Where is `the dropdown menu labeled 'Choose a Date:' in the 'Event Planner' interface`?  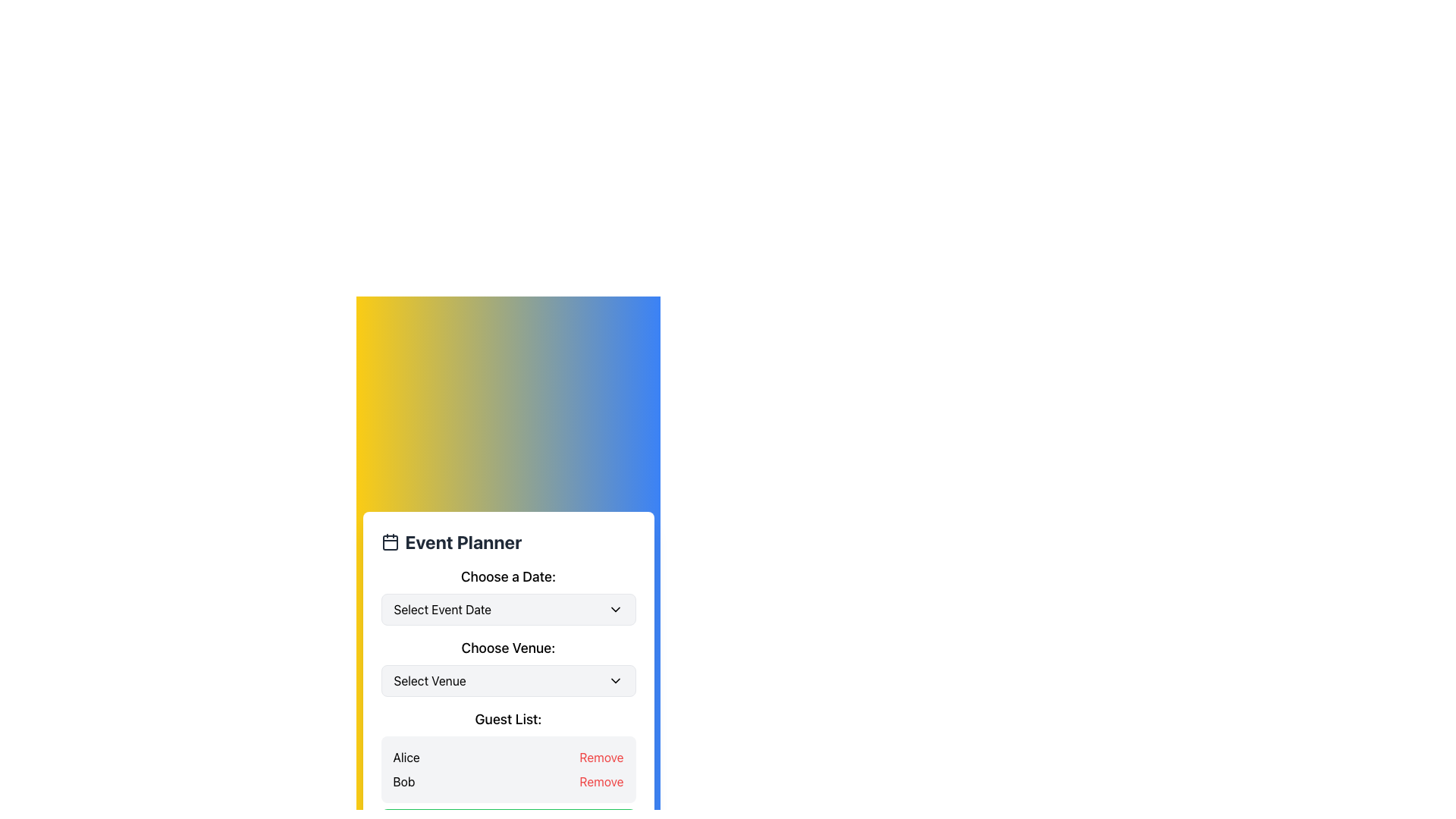
the dropdown menu labeled 'Choose a Date:' in the 'Event Planner' interface is located at coordinates (508, 595).